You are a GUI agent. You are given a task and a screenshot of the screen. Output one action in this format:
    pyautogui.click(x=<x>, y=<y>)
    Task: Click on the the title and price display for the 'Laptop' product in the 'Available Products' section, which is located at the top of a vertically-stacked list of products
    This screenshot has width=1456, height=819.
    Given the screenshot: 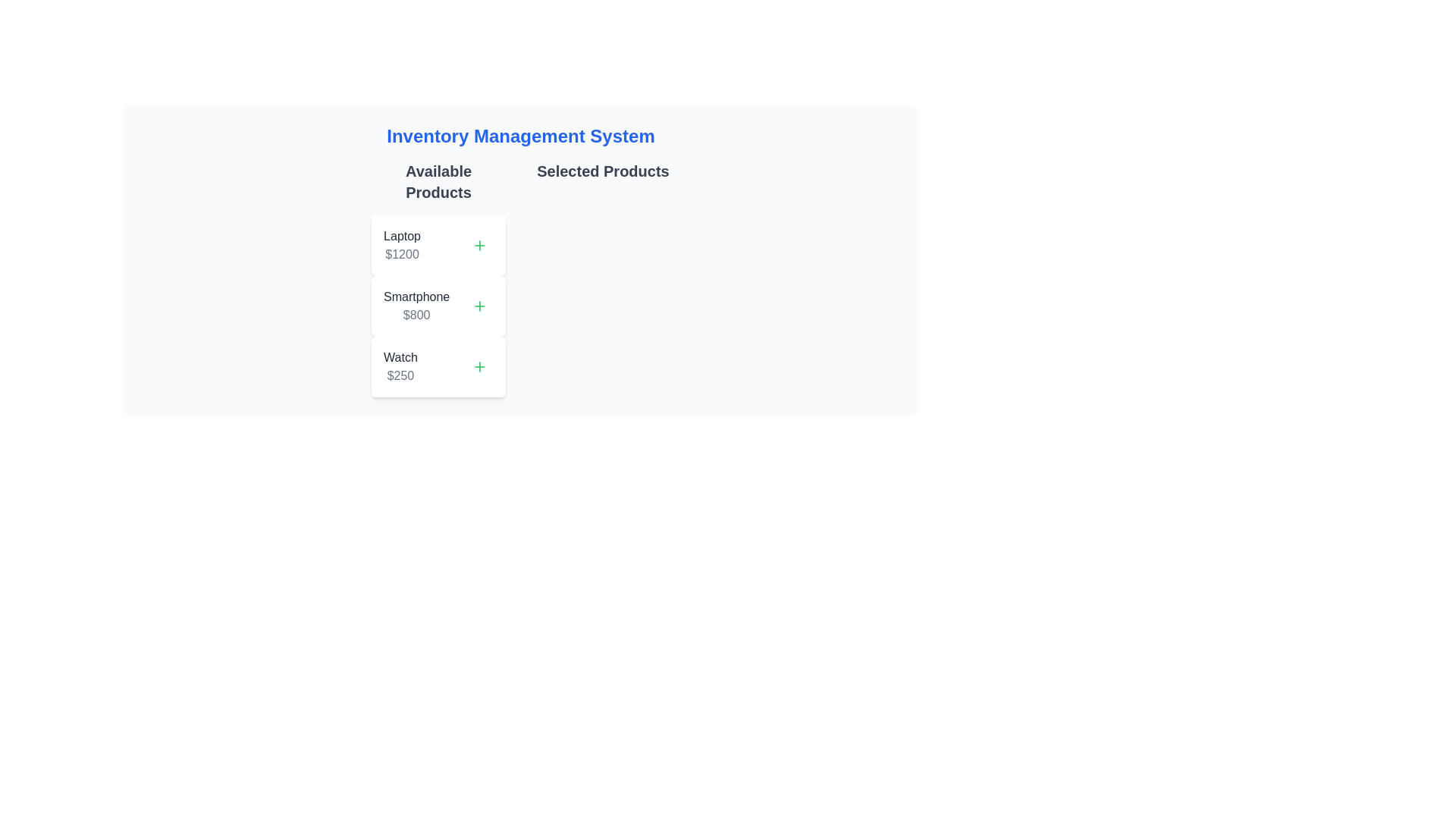 What is the action you would take?
    pyautogui.click(x=402, y=245)
    